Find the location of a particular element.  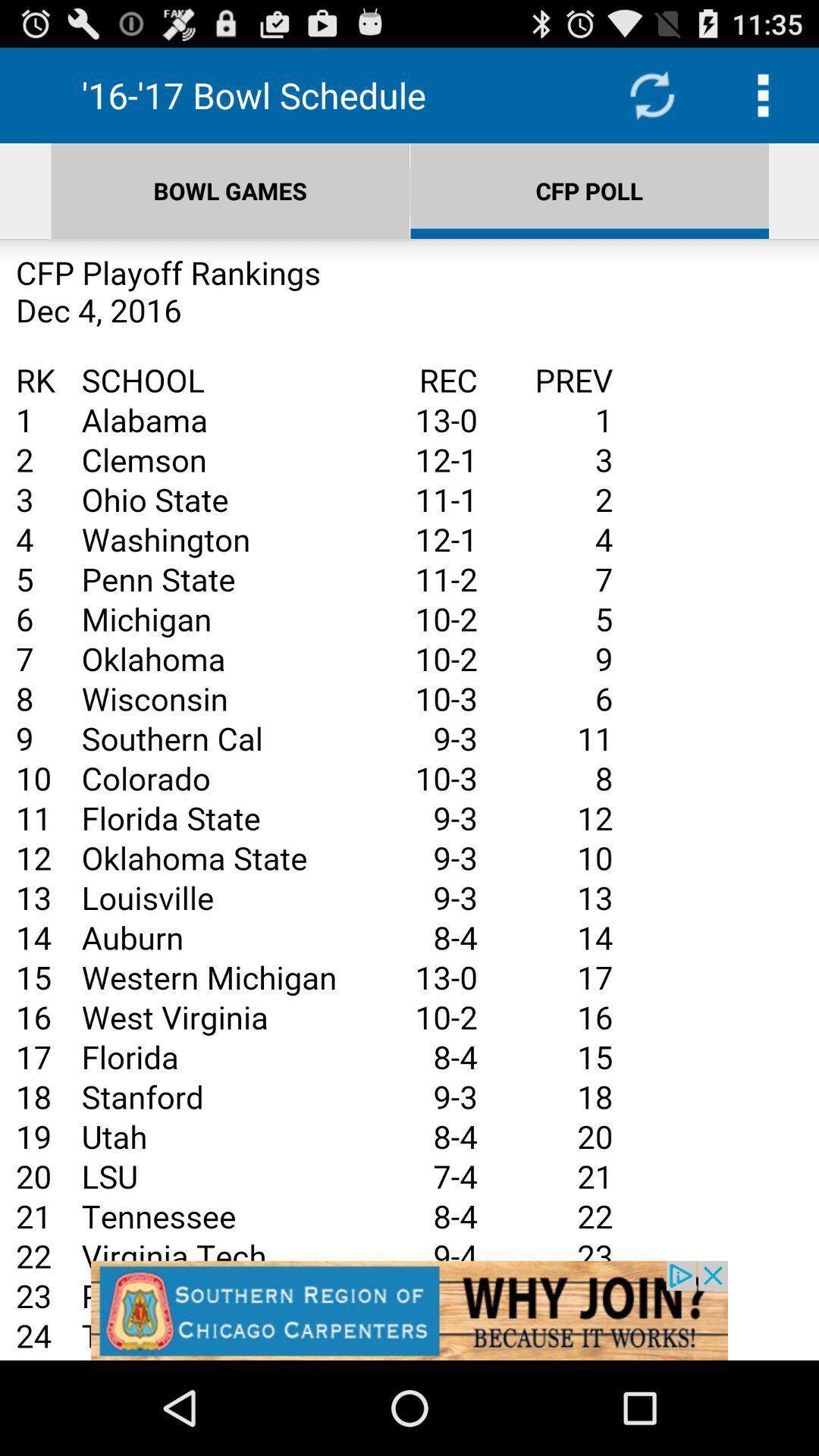

advertisement is located at coordinates (409, 1310).